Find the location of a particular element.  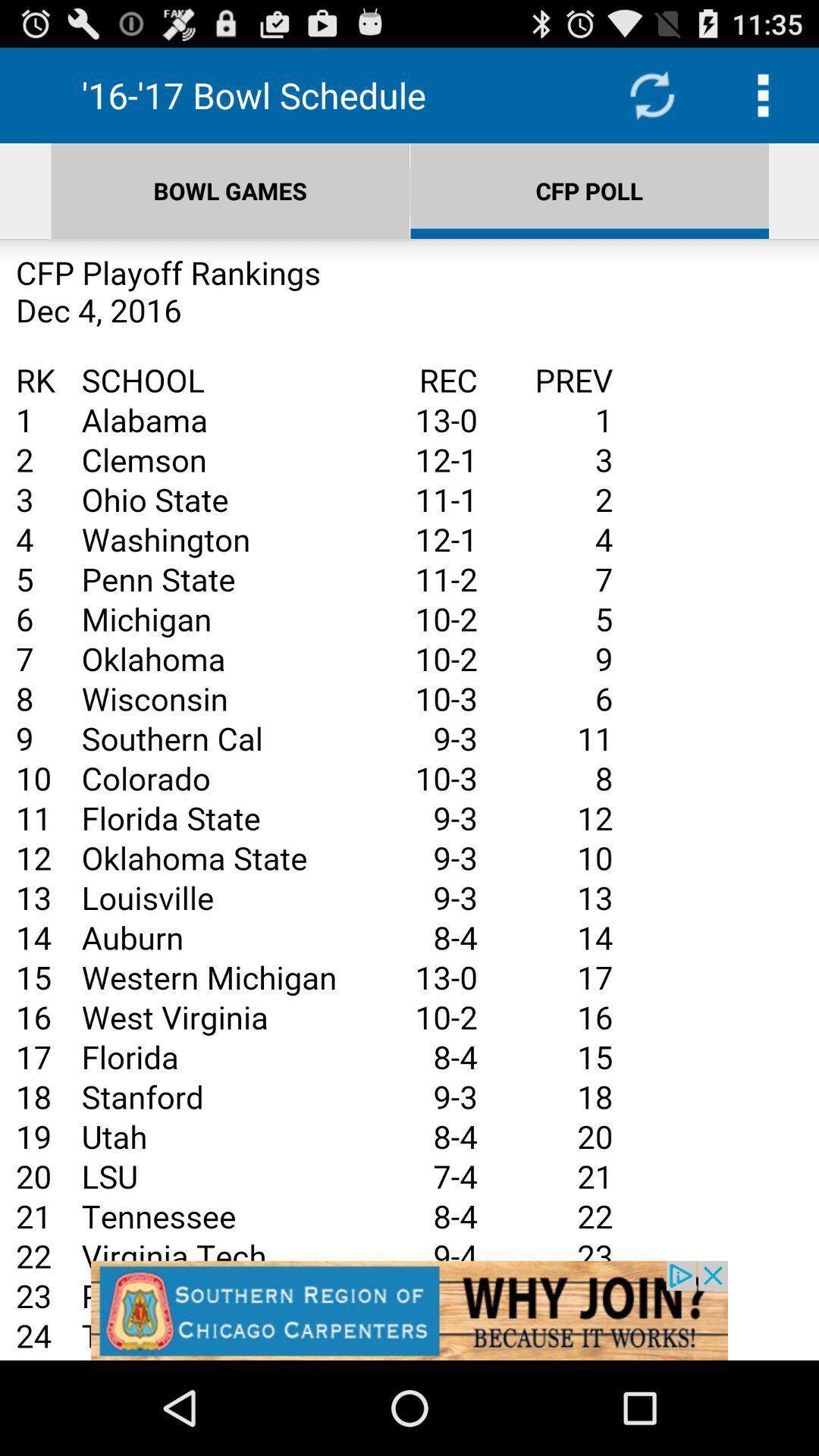

advertisement is located at coordinates (409, 1310).